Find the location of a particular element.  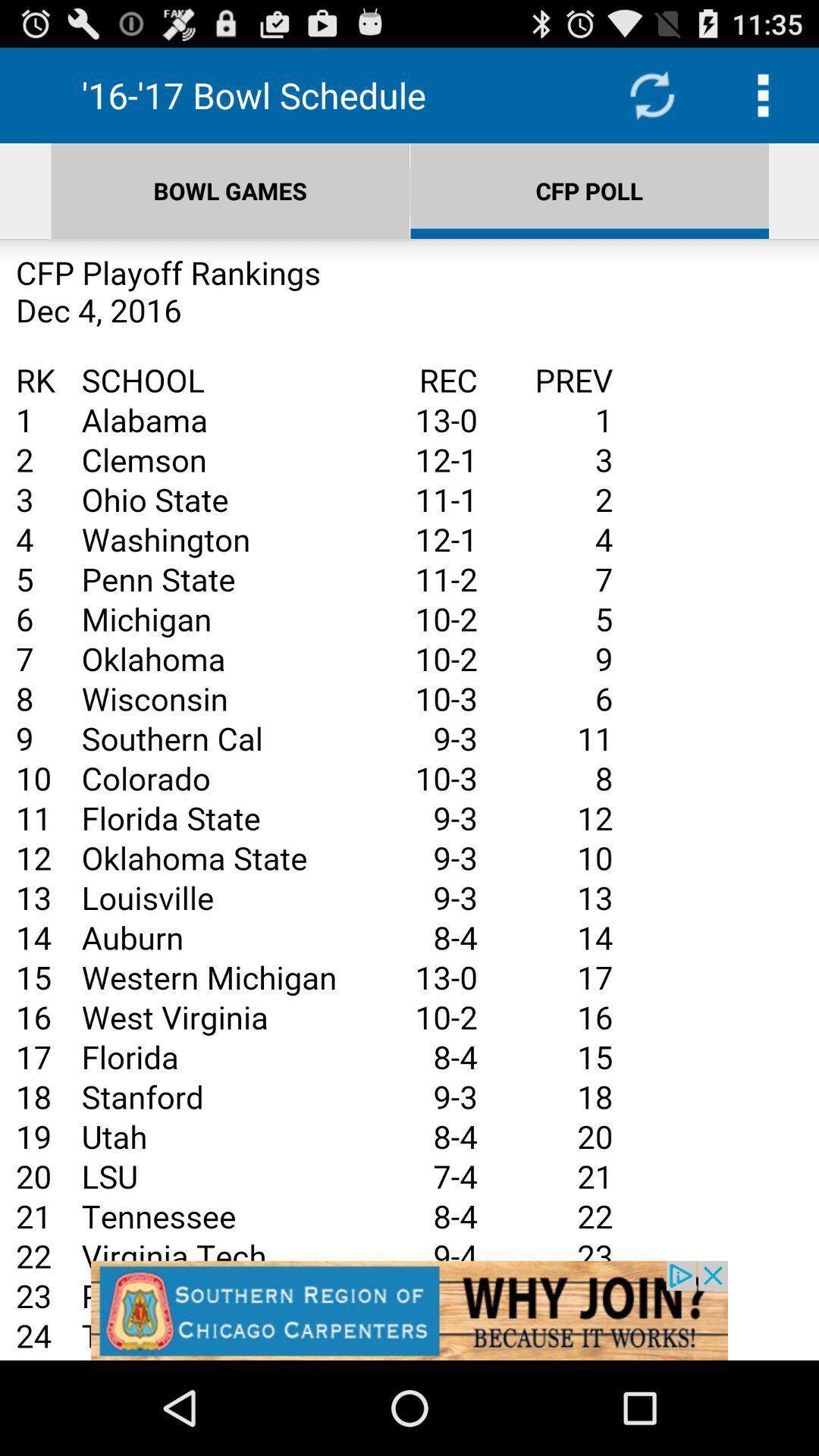

advertisement is located at coordinates (409, 1310).